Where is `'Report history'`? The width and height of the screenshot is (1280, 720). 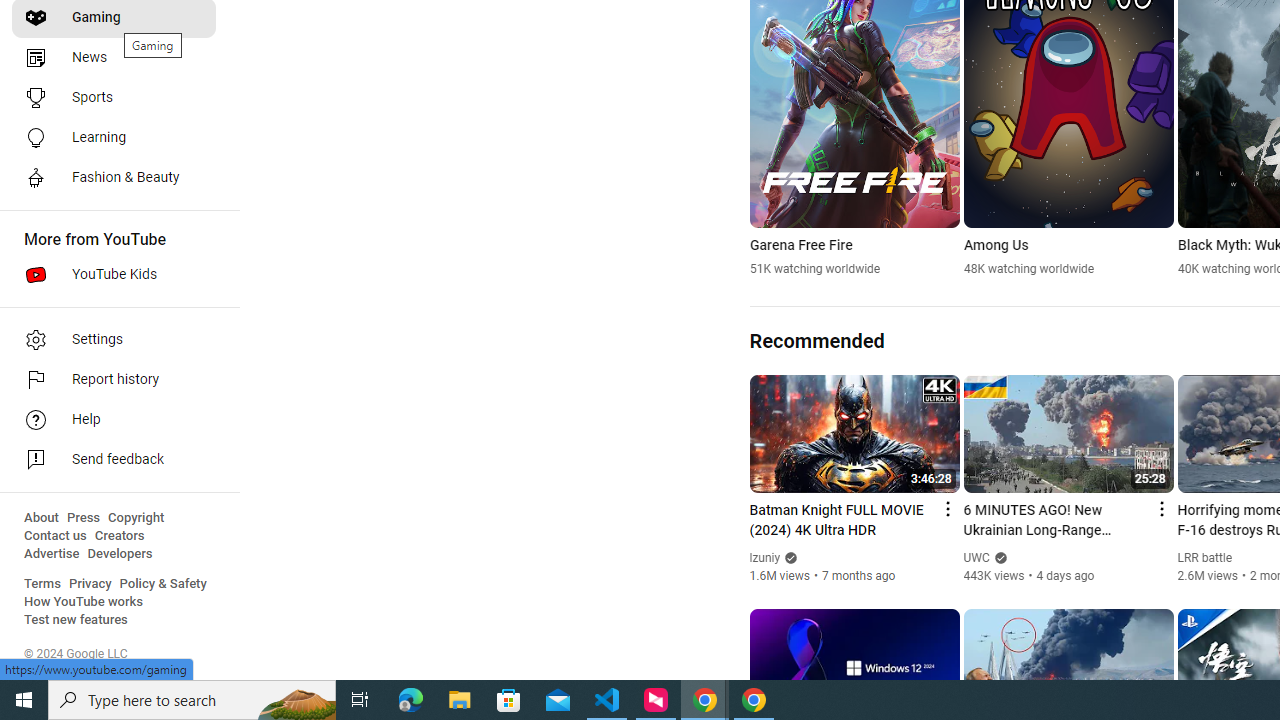
'Report history' is located at coordinates (112, 380).